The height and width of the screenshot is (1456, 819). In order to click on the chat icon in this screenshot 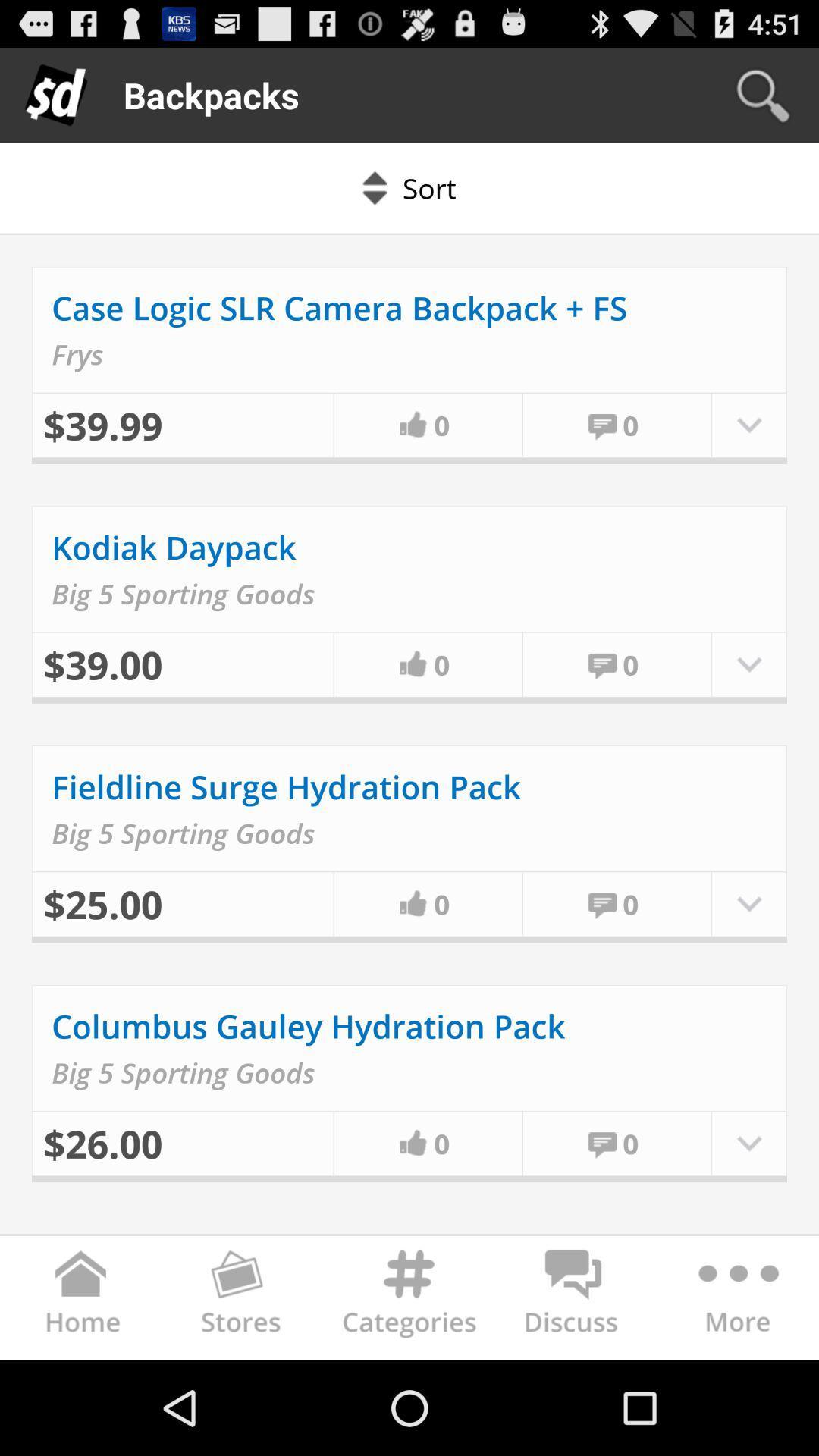, I will do `click(573, 1392)`.